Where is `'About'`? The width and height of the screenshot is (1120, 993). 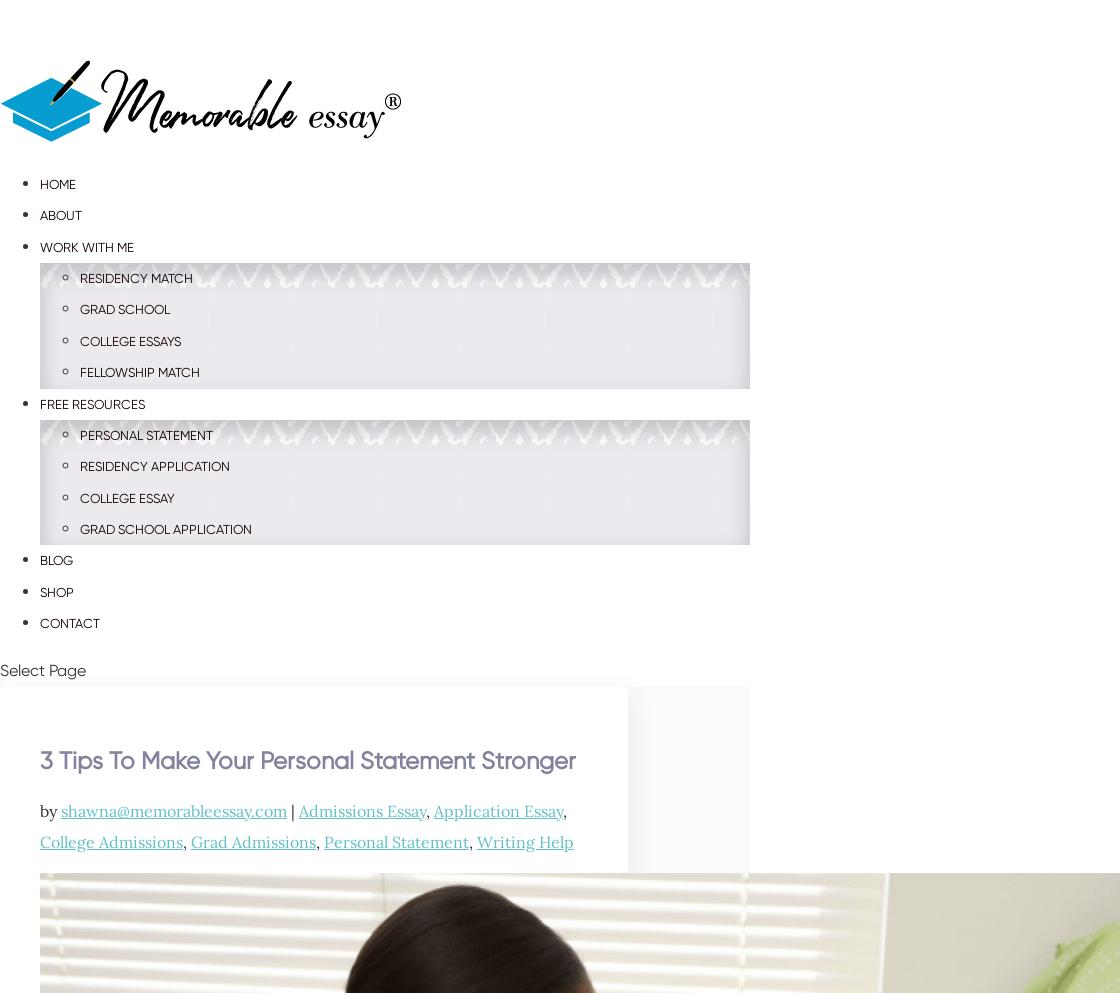
'About' is located at coordinates (61, 215).